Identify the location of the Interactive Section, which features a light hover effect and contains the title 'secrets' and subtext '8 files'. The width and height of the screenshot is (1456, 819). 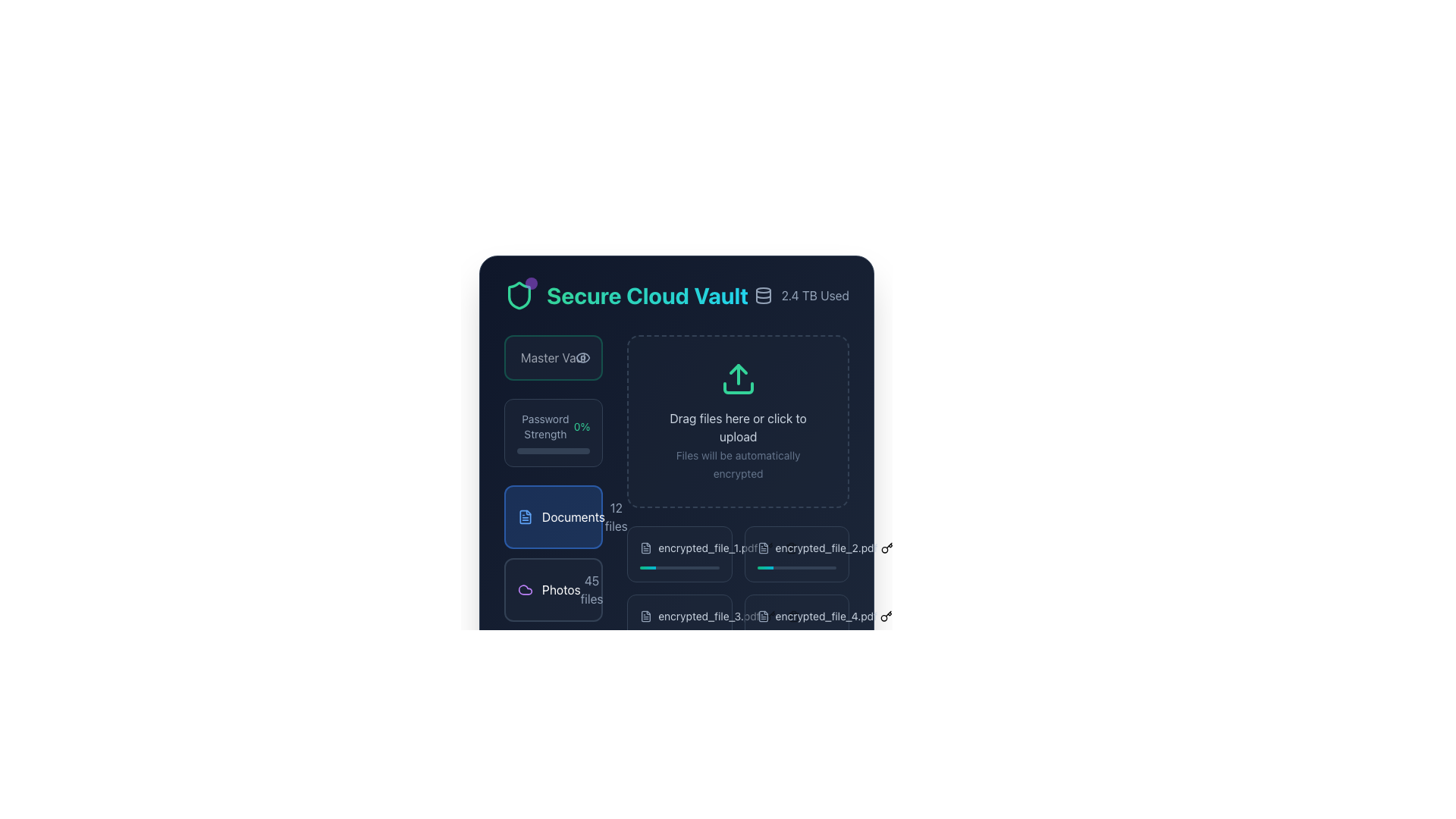
(553, 662).